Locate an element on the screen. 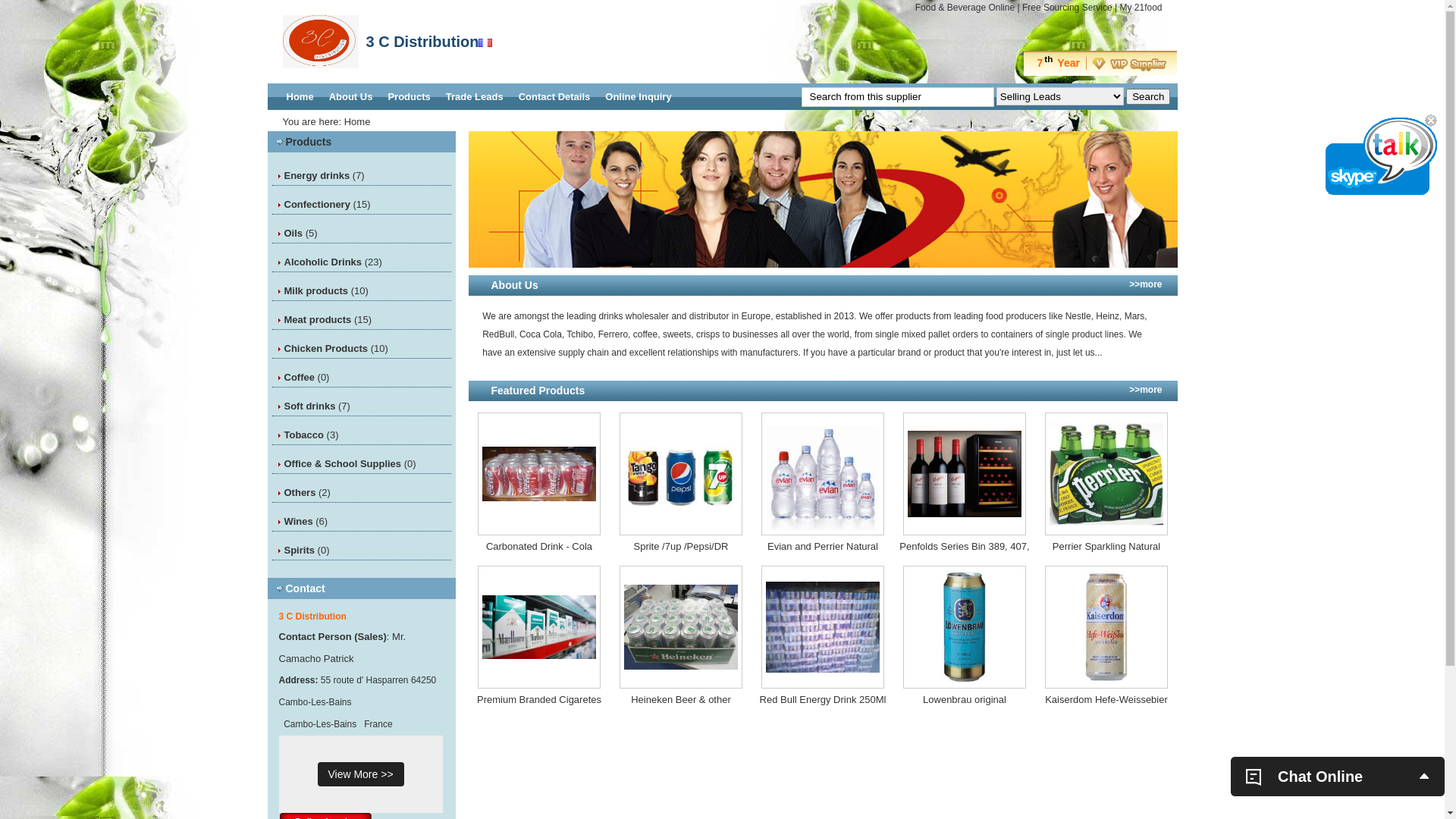 This screenshot has height=819, width=1456. 'Milk products (10)' is located at coordinates (325, 290).